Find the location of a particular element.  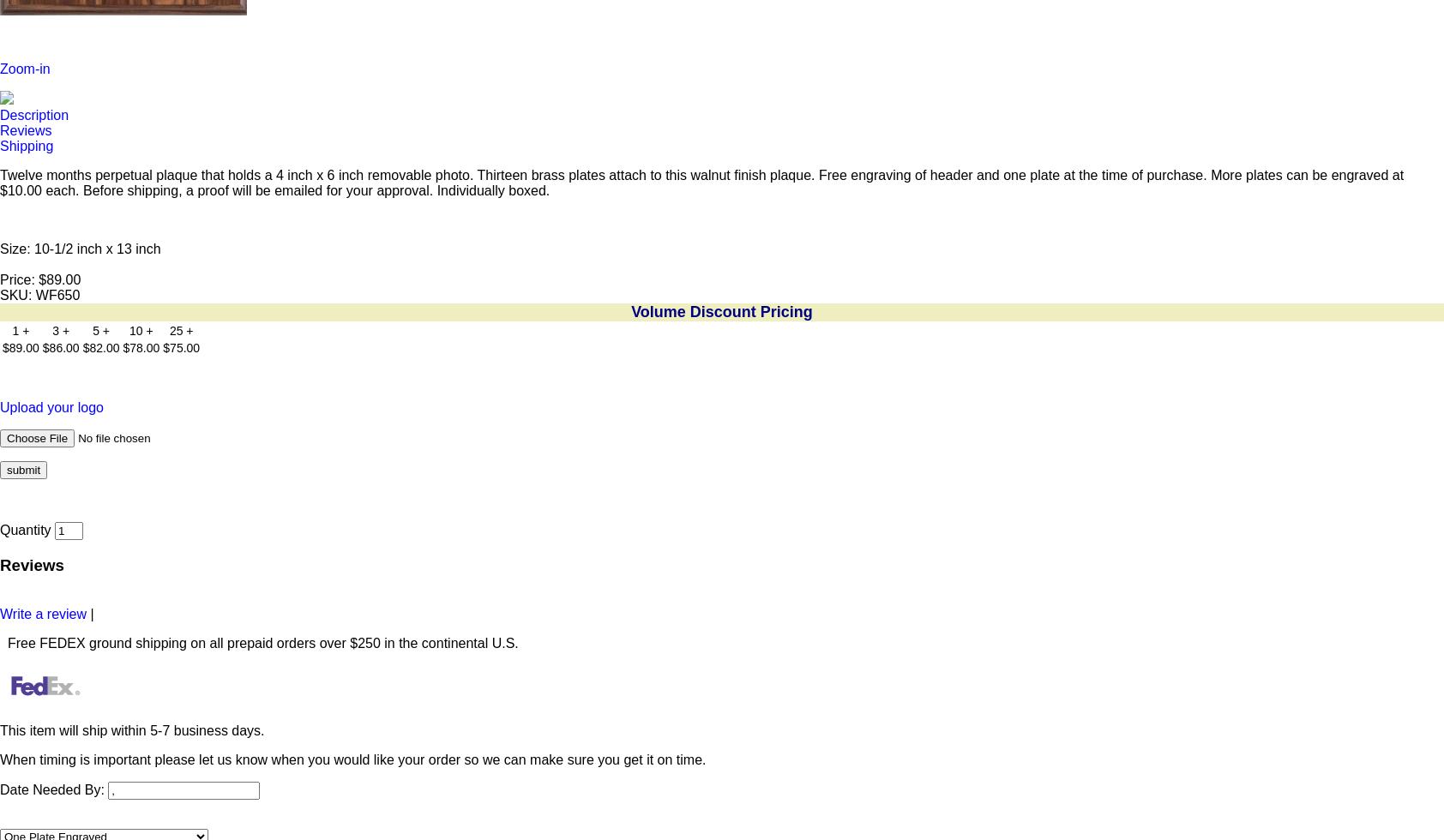

'Zoom-in' is located at coordinates (23, 69).